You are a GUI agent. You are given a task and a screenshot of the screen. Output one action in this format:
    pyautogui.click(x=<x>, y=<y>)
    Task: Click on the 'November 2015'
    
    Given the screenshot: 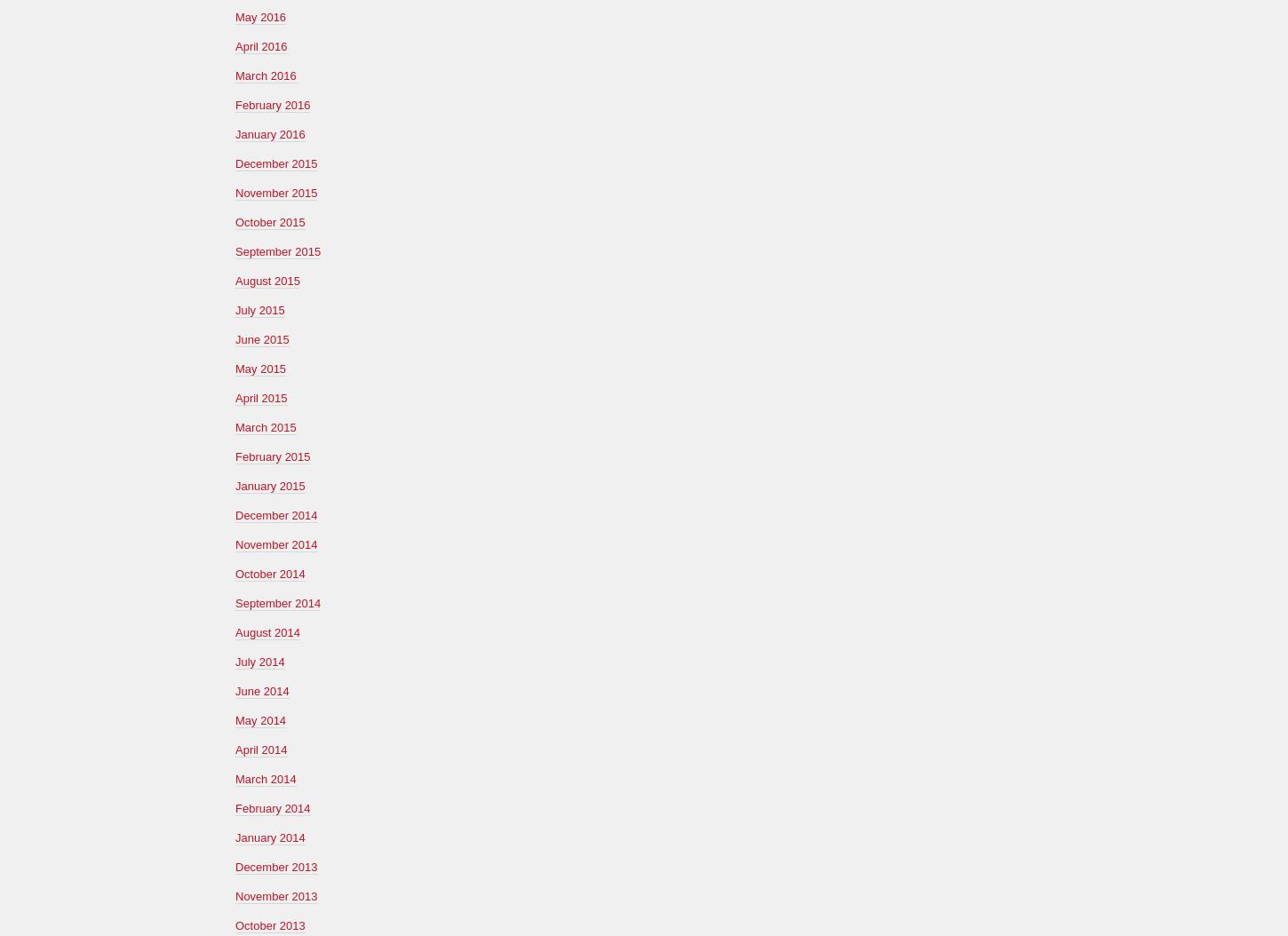 What is the action you would take?
    pyautogui.click(x=276, y=192)
    